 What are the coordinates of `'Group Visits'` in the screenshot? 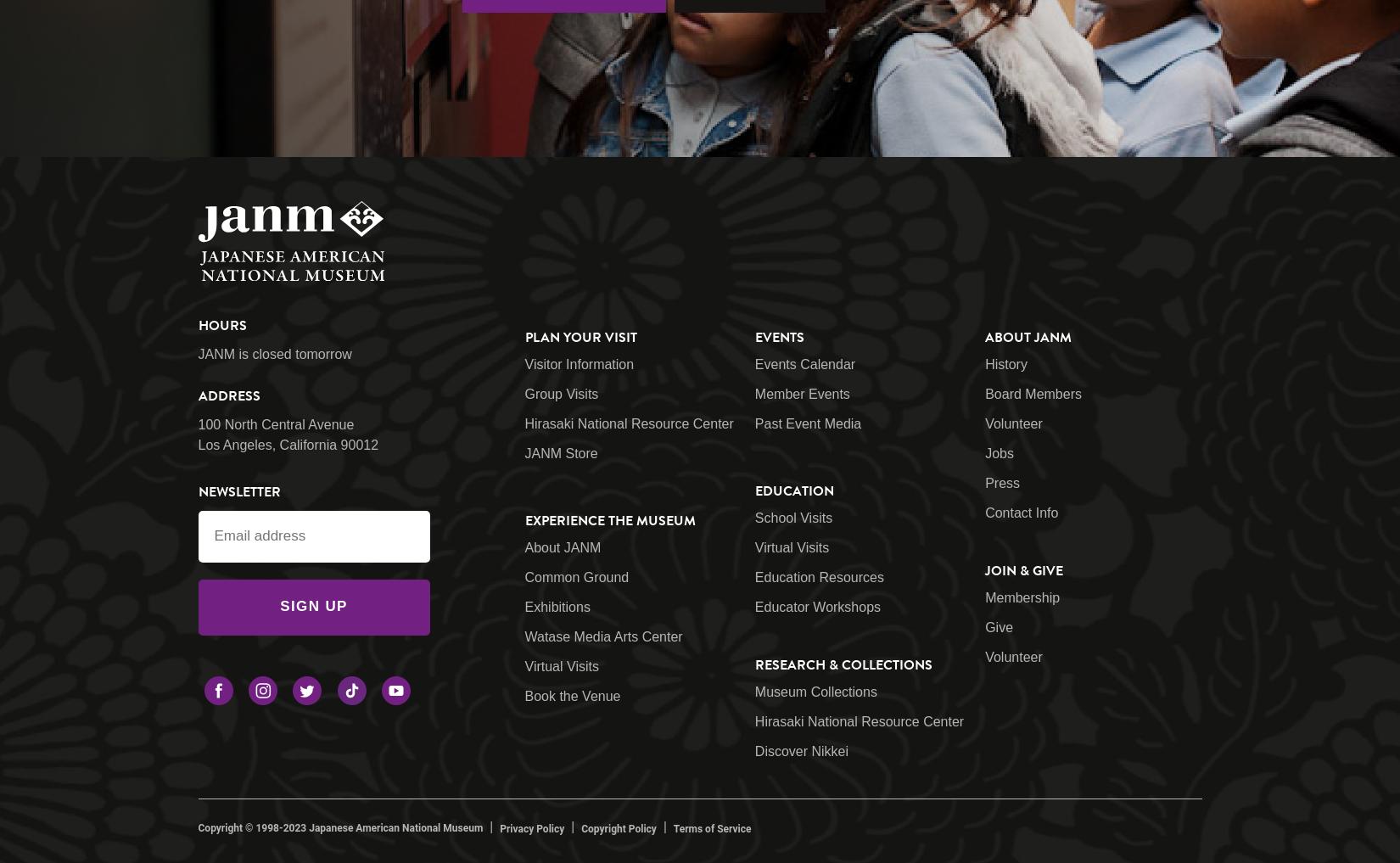 It's located at (560, 393).